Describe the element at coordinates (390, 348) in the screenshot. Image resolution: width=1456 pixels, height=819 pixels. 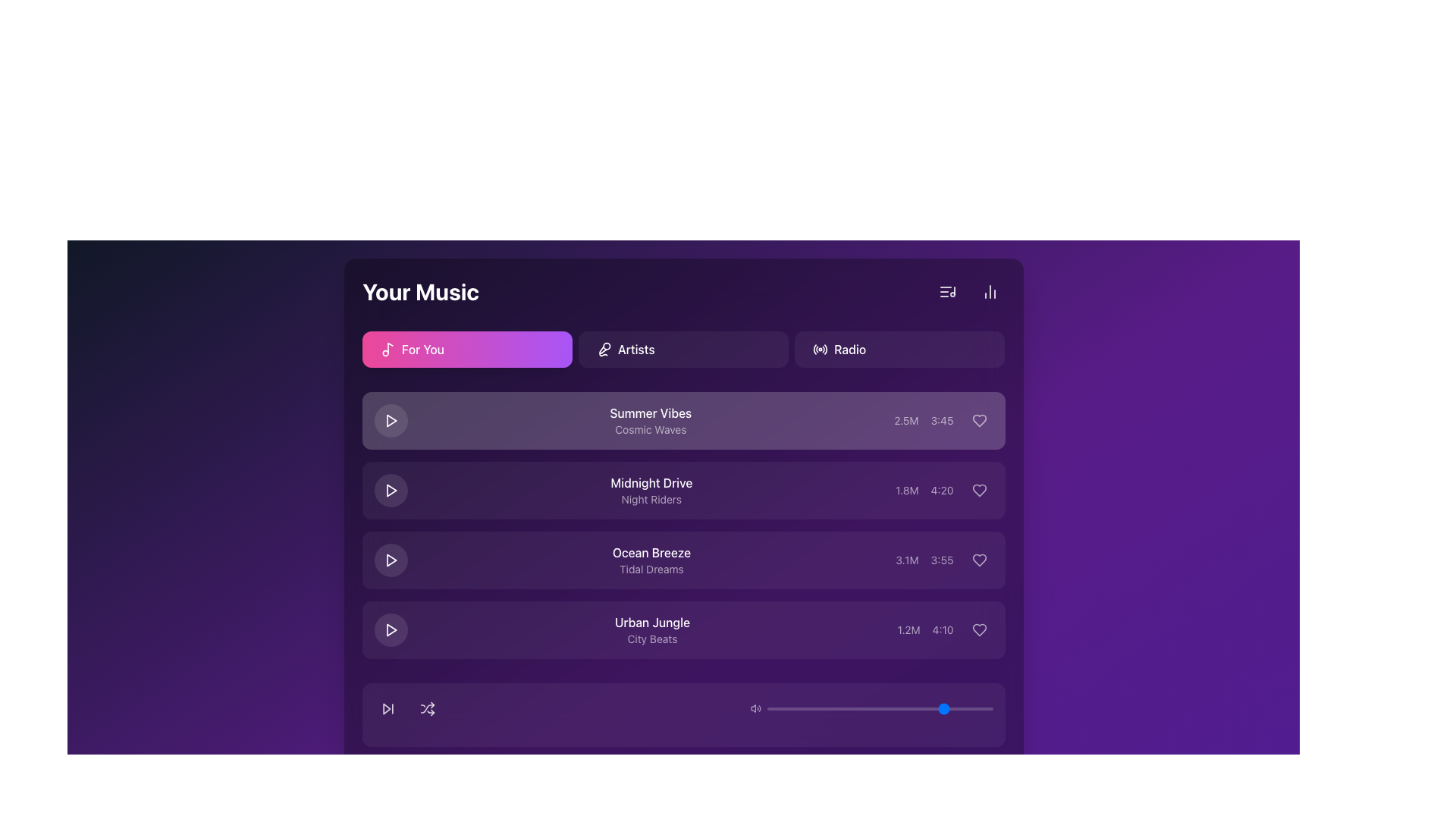
I see `the vertical stem of the musical note icon located within the 'For You' button` at that location.